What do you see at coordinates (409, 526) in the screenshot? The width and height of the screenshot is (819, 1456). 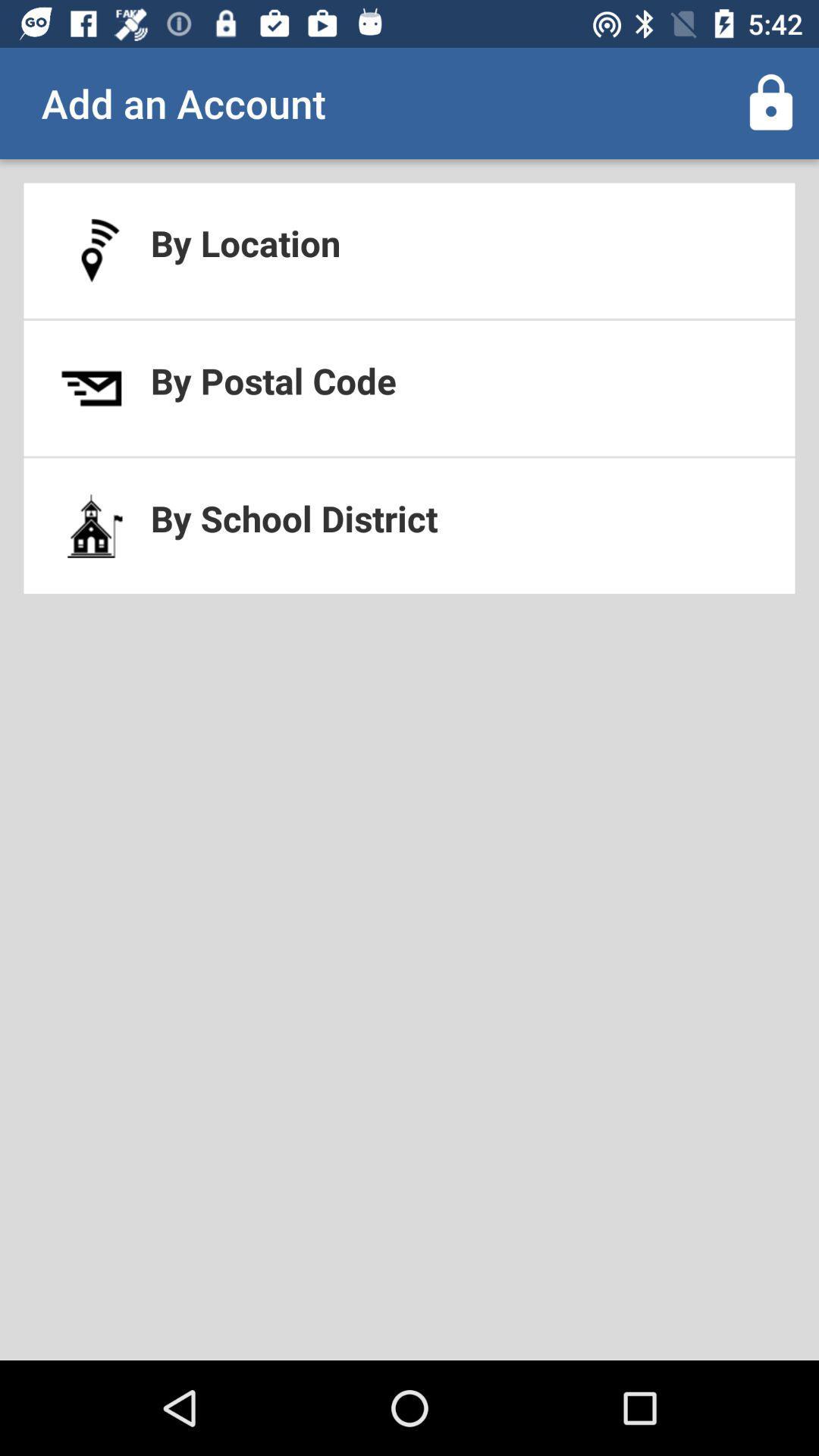 I see `the    by school district` at bounding box center [409, 526].